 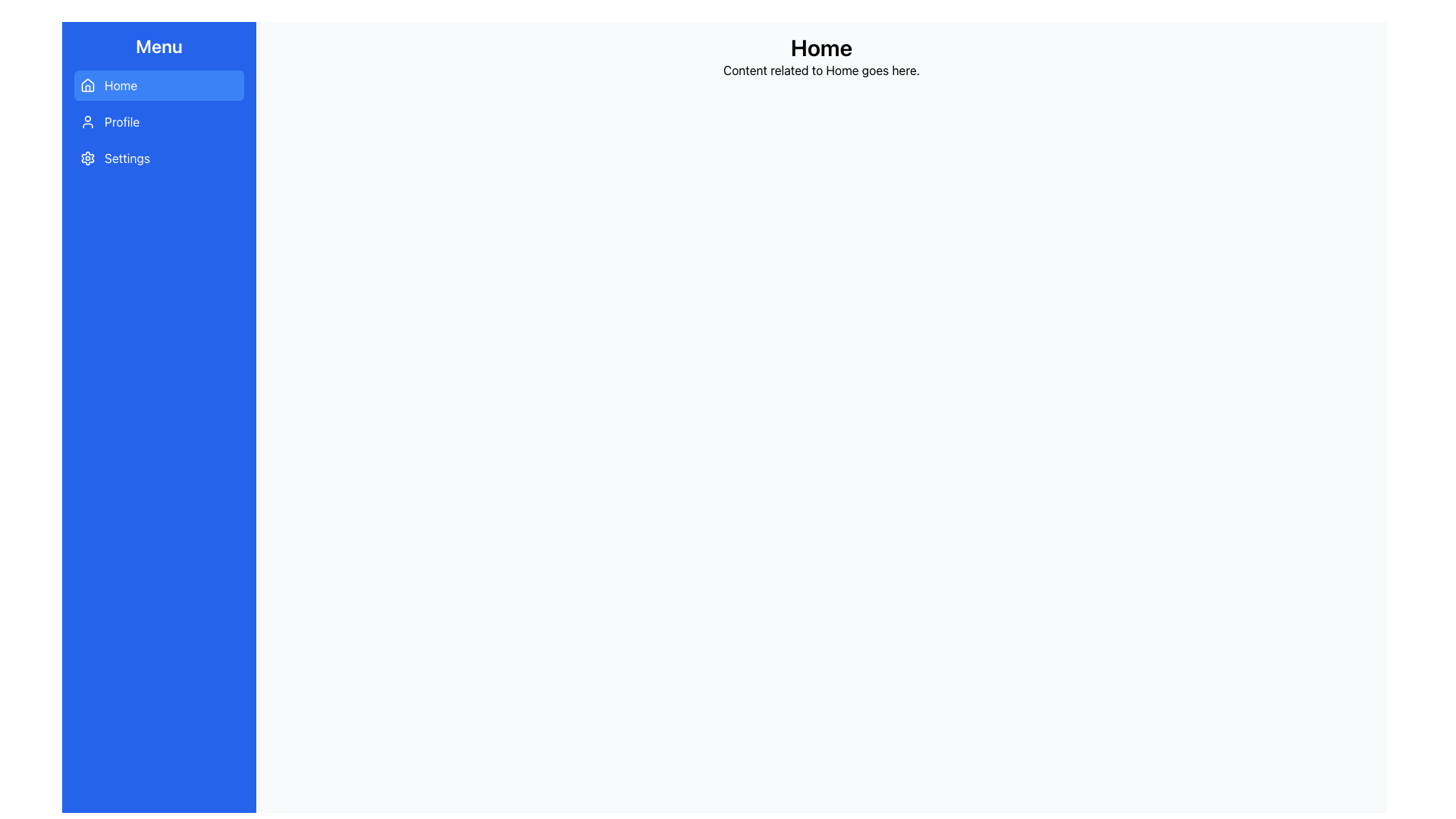 What do you see at coordinates (86, 158) in the screenshot?
I see `the cogwheel icon indicating the 'Settings' option in the sidebar menu` at bounding box center [86, 158].